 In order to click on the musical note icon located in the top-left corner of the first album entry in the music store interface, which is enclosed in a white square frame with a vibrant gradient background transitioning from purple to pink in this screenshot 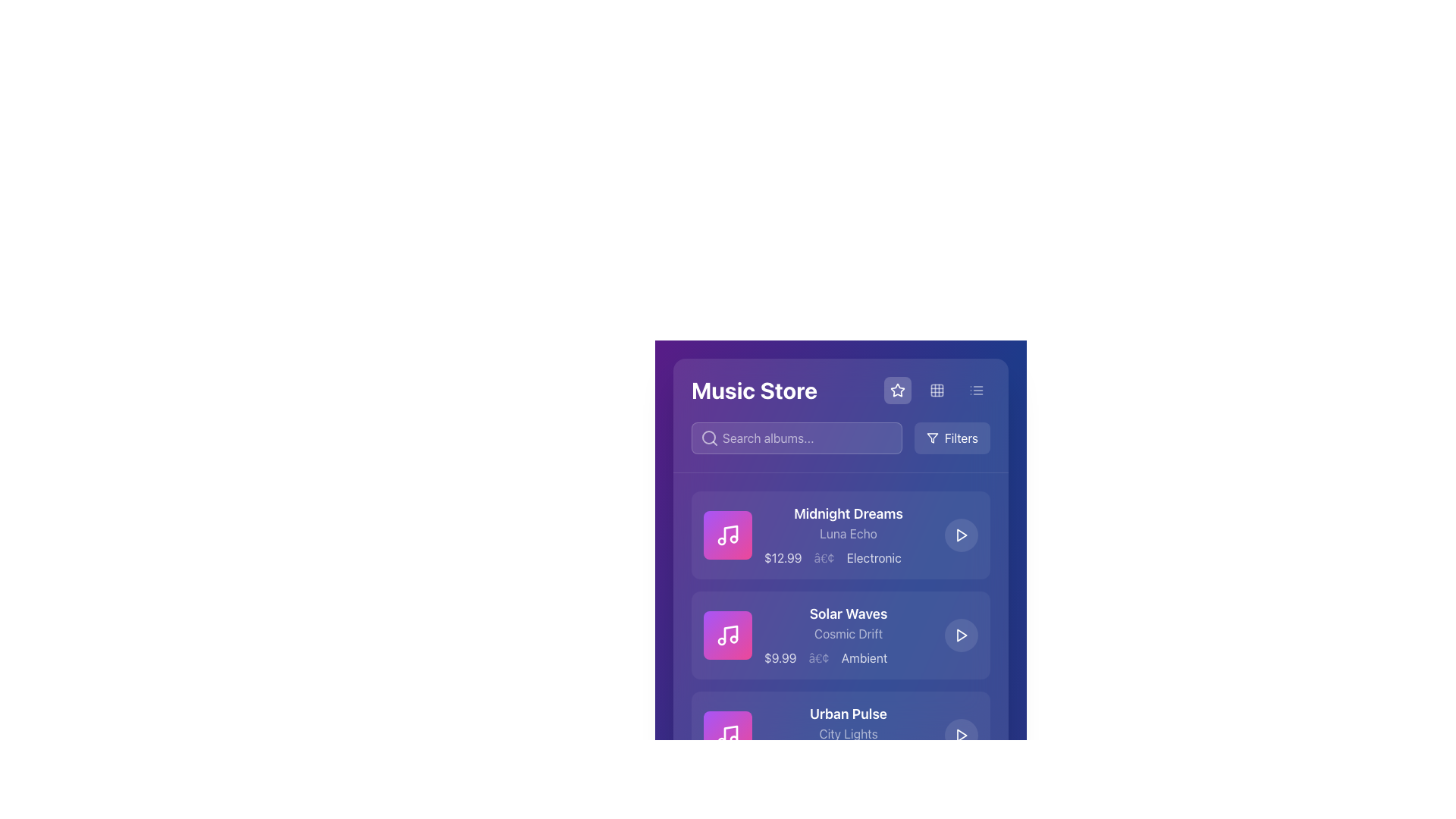, I will do `click(728, 534)`.